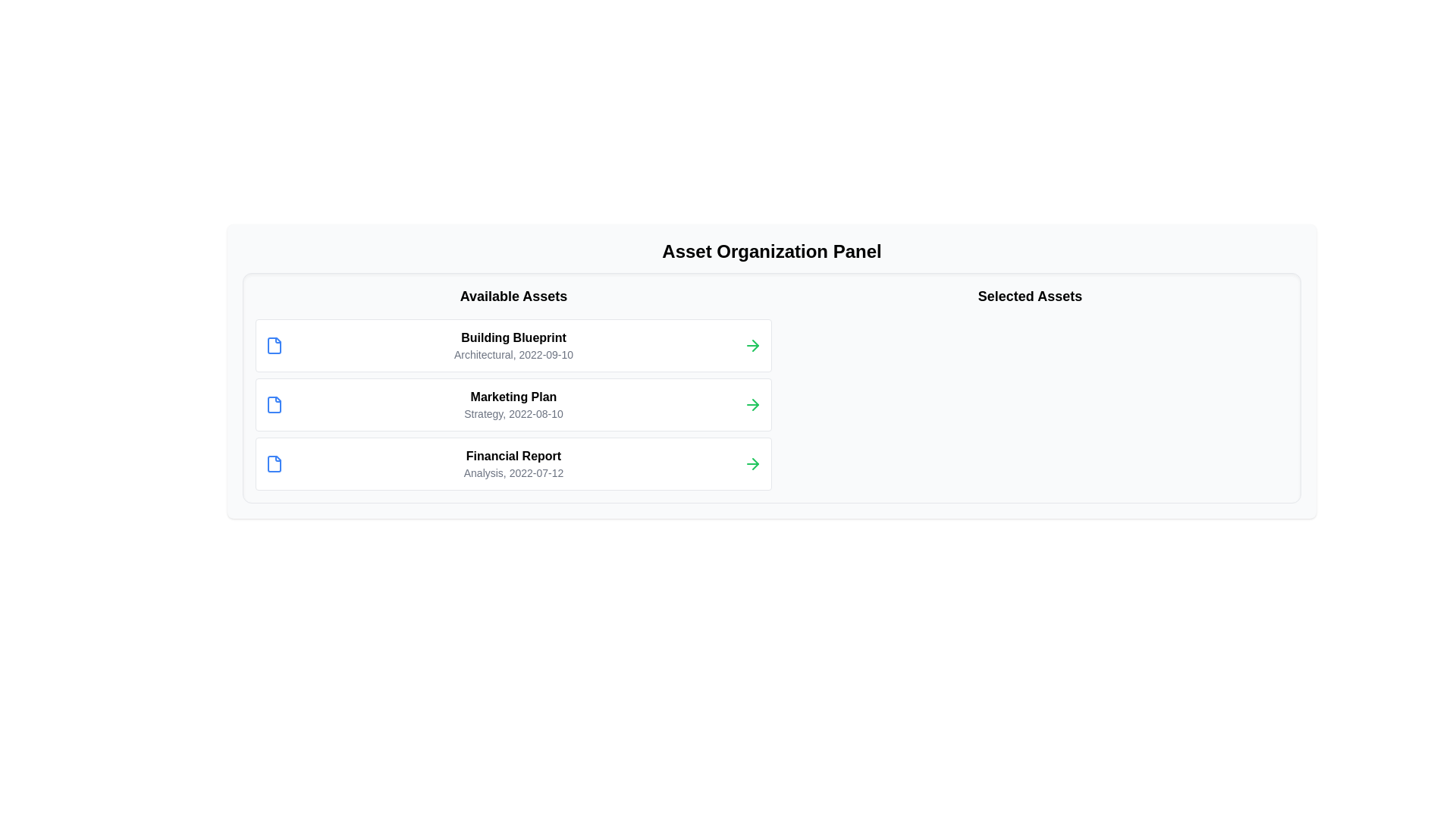  What do you see at coordinates (753, 463) in the screenshot?
I see `the clickable arrow button located at the far-right of the 'Financial Report' entry in the 'Available Assets' panel` at bounding box center [753, 463].